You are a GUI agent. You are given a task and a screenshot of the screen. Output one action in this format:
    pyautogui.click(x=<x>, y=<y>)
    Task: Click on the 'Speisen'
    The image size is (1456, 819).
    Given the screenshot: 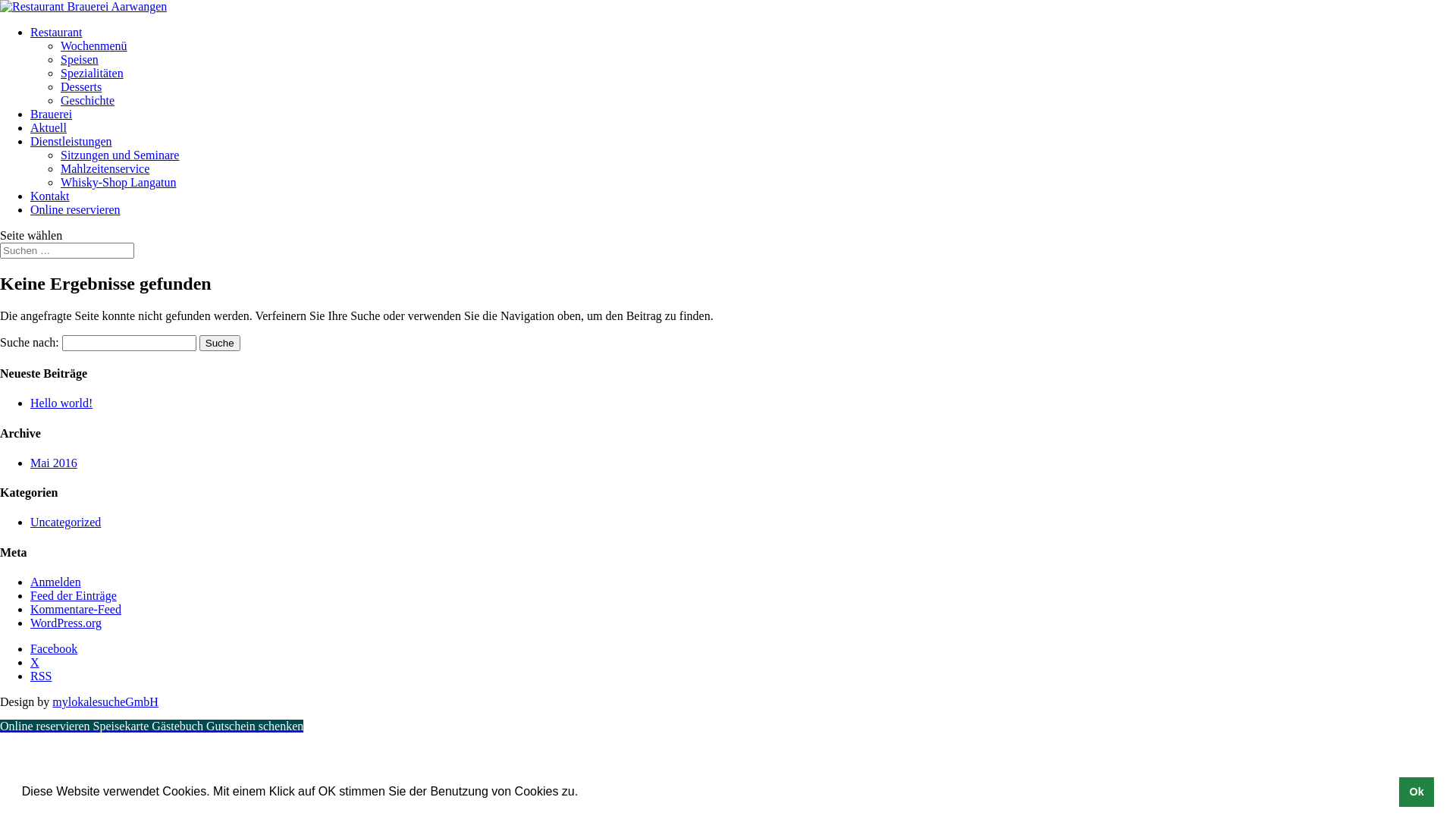 What is the action you would take?
    pyautogui.click(x=79, y=58)
    